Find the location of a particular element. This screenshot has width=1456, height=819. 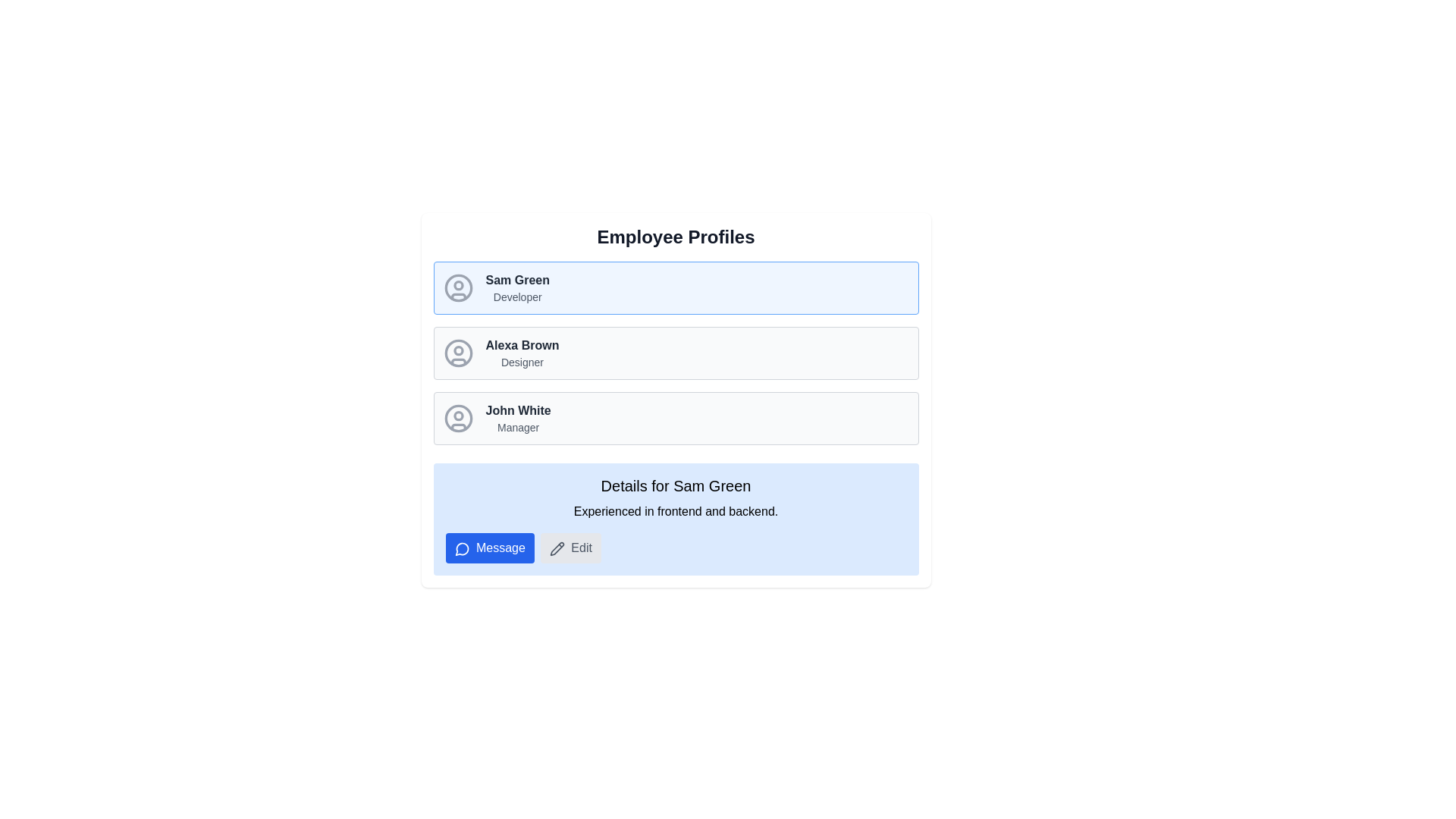

the text label displaying 'Designer', which is styled in light gray and located below the name 'Alexa Brown' in the employee profile card is located at coordinates (522, 362).